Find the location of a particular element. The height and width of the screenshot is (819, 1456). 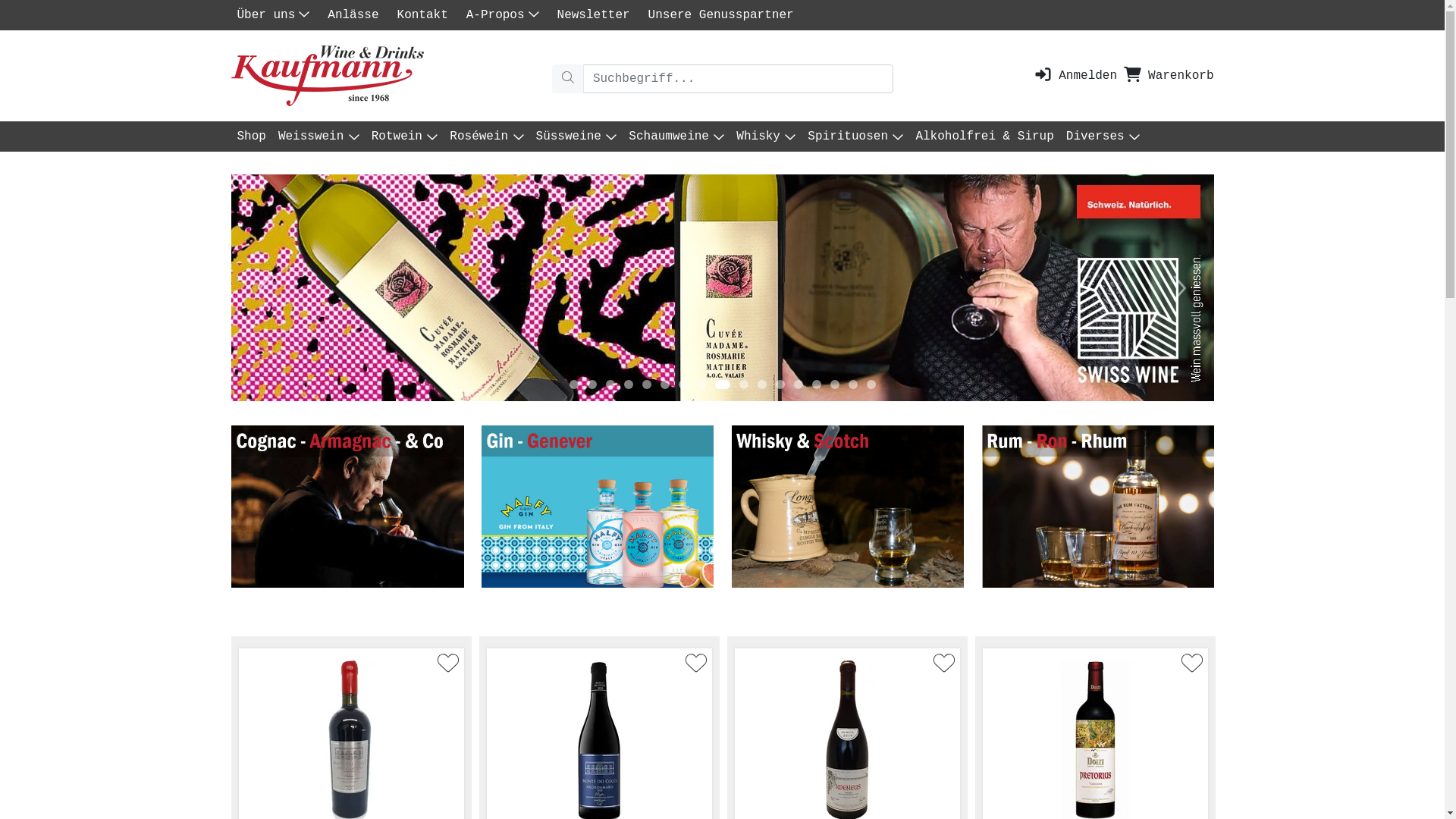

'Previous' is located at coordinates (229, 287).